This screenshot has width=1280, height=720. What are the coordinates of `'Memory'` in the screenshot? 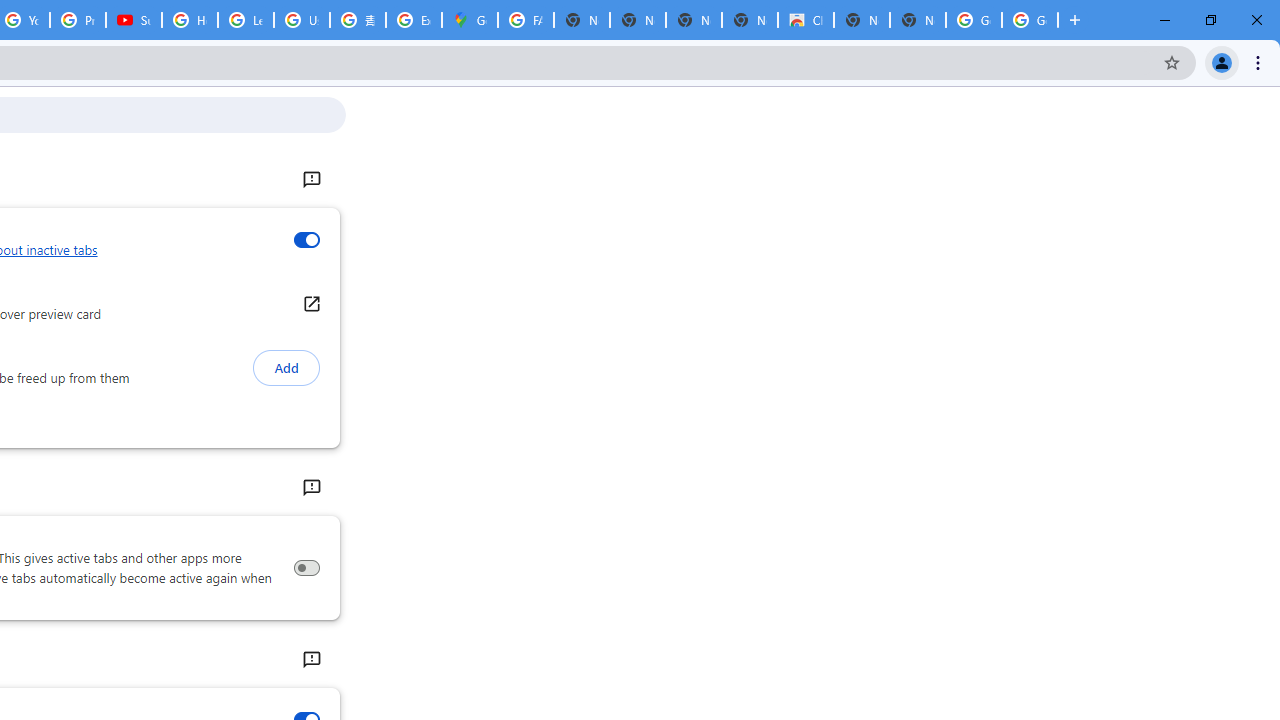 It's located at (310, 488).